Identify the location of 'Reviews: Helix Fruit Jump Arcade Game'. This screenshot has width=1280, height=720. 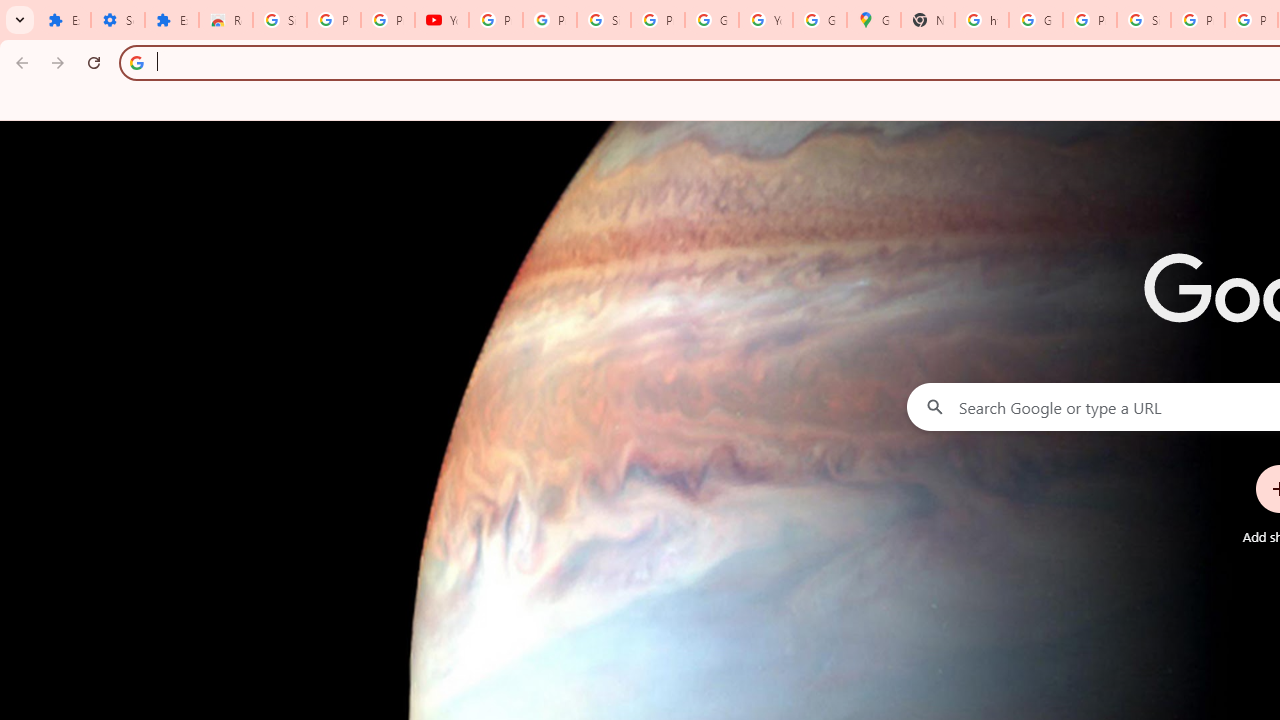
(225, 20).